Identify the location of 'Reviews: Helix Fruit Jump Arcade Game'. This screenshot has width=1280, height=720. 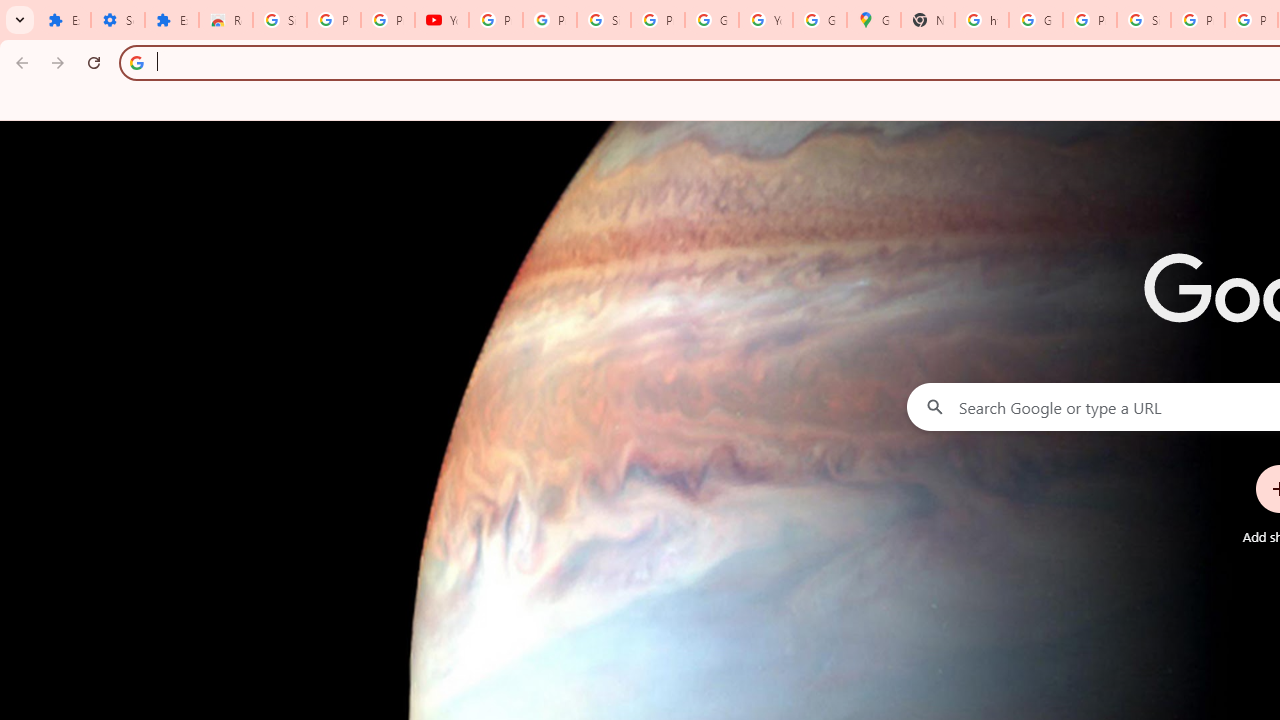
(225, 20).